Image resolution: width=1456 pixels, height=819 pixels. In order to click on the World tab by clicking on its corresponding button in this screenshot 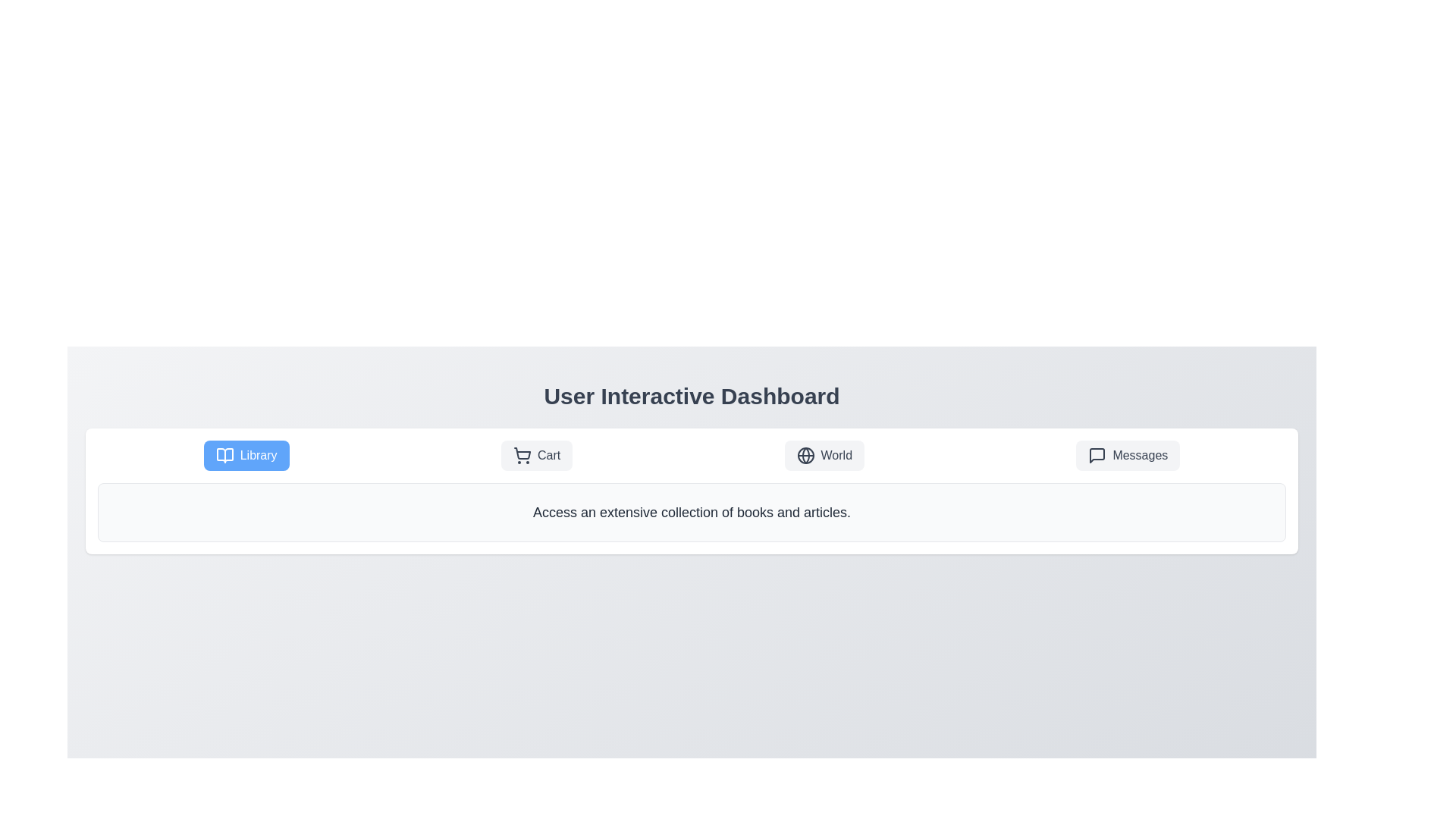, I will do `click(824, 455)`.